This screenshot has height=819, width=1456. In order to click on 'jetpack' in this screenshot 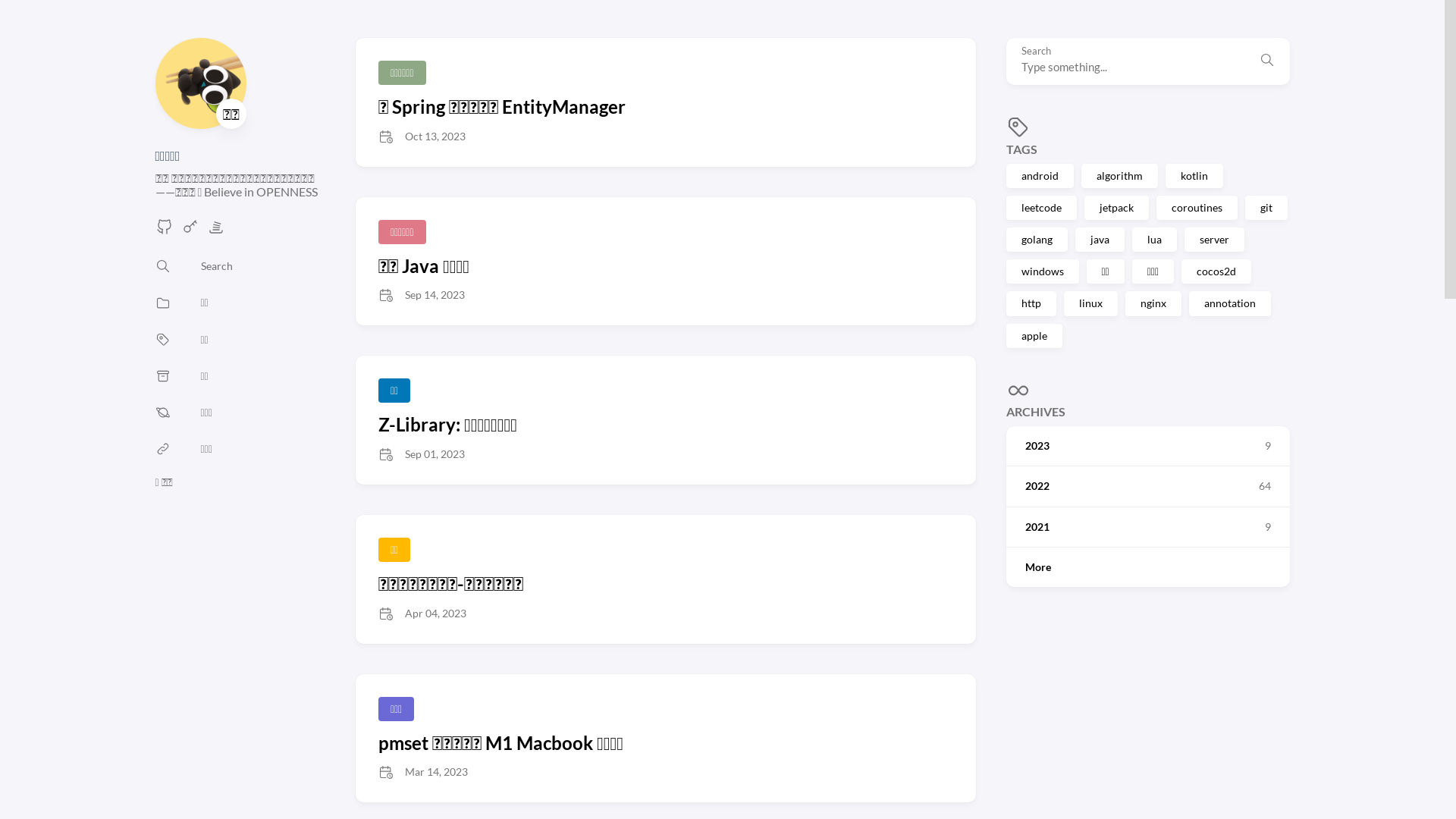, I will do `click(1084, 207)`.